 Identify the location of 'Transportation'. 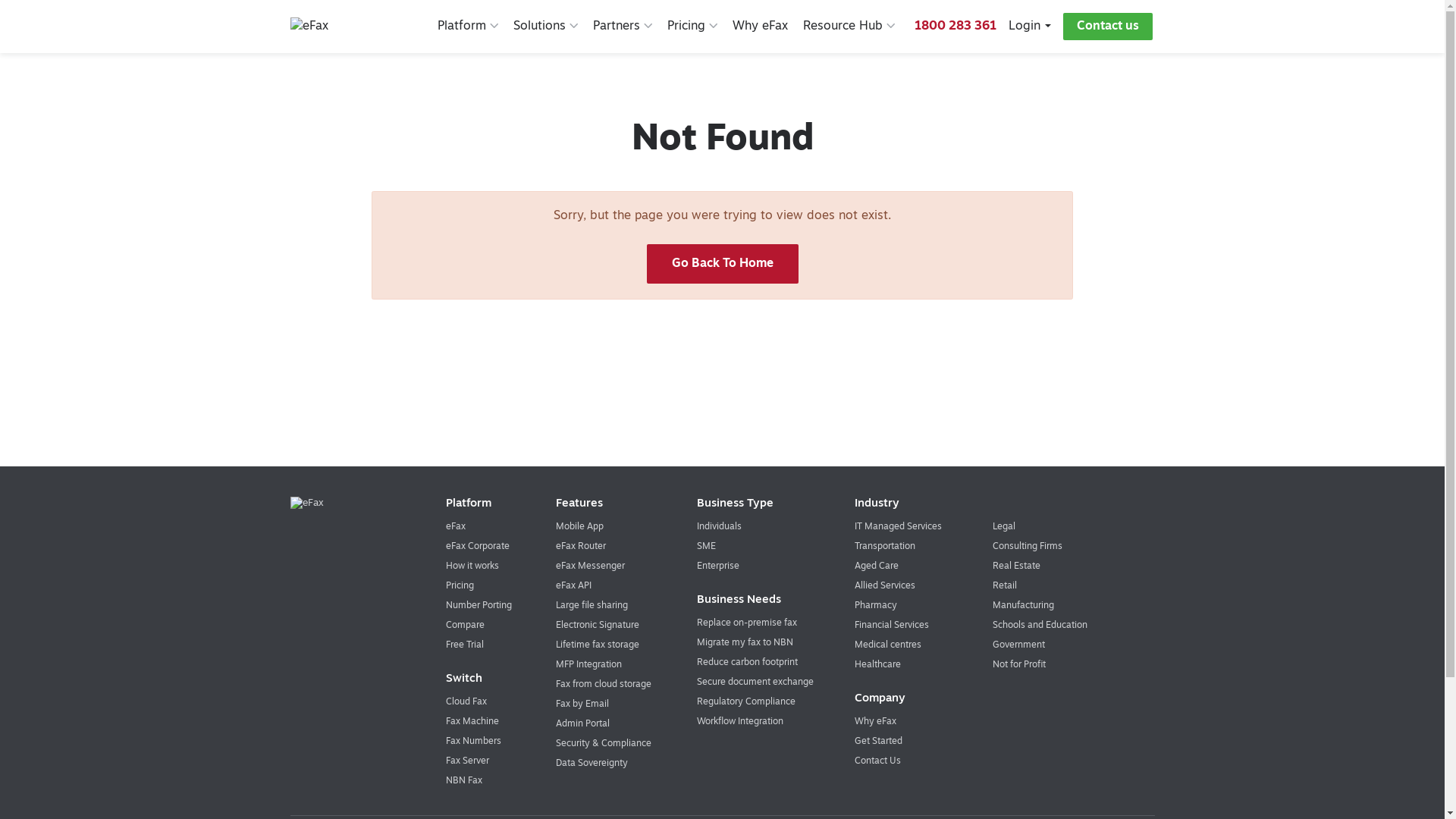
(884, 547).